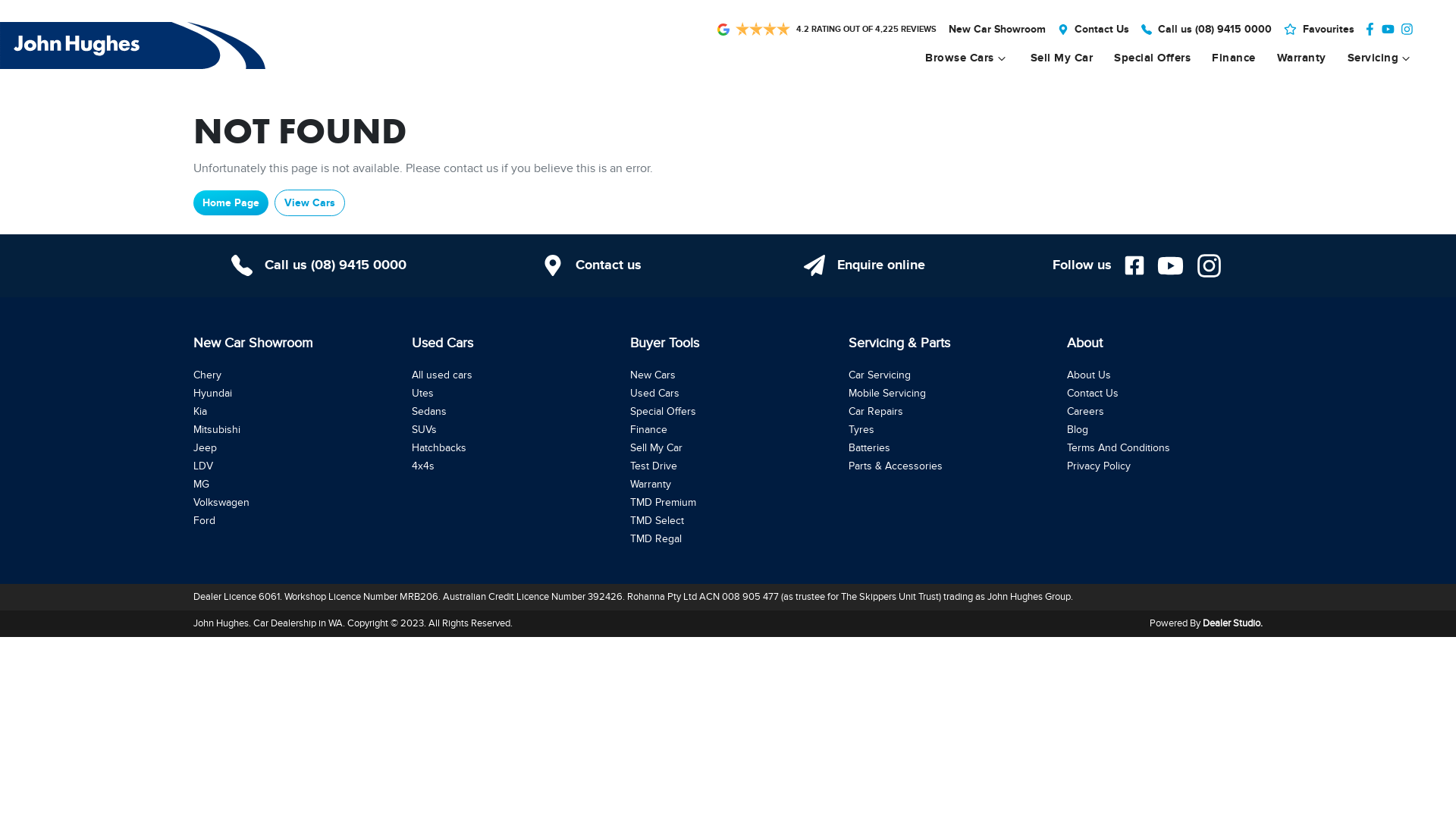 This screenshot has height=819, width=1456. I want to click on 'Ford', so click(203, 519).